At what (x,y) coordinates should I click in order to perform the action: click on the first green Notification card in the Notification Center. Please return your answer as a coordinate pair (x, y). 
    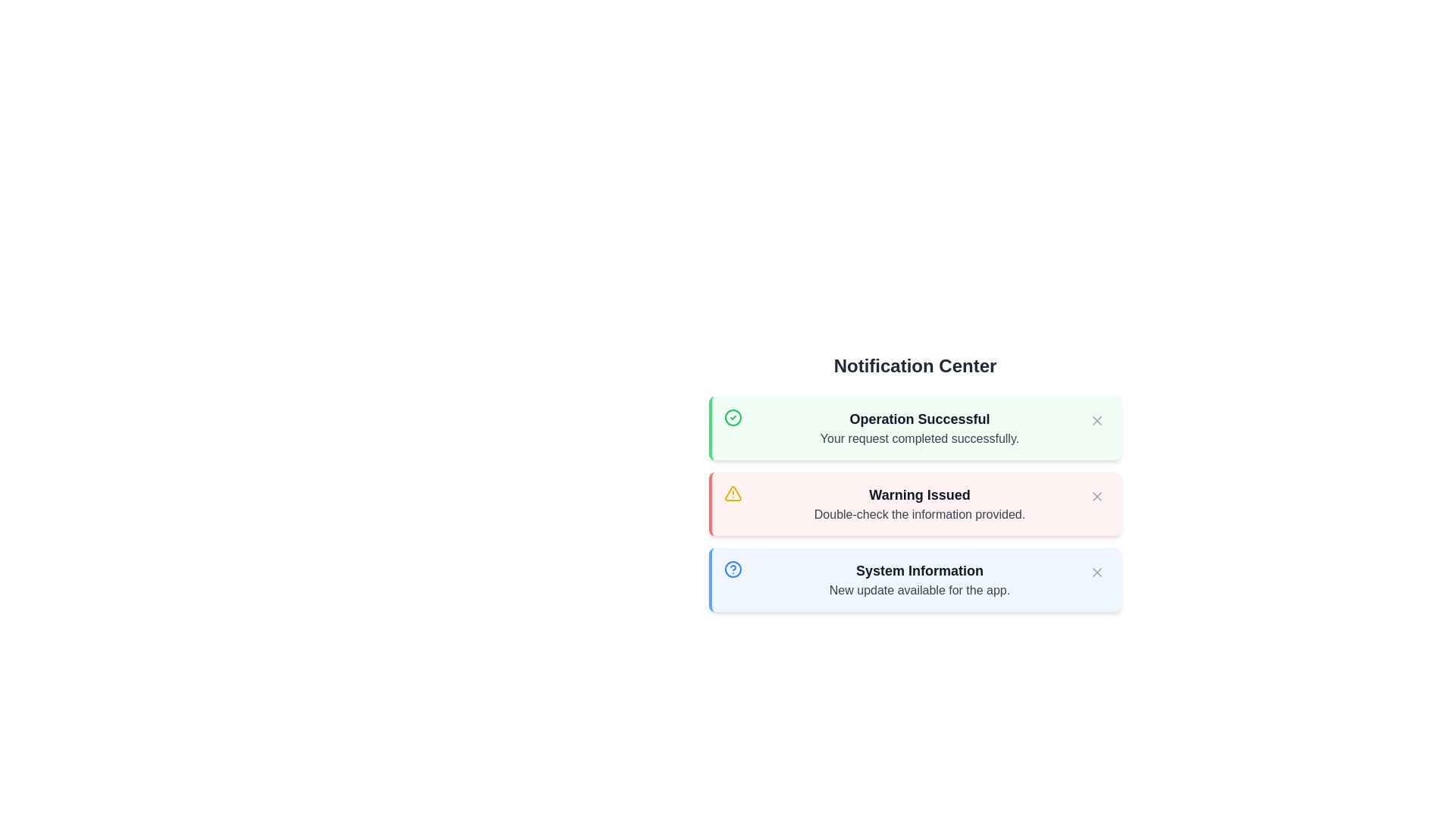
    Looking at the image, I should click on (914, 428).